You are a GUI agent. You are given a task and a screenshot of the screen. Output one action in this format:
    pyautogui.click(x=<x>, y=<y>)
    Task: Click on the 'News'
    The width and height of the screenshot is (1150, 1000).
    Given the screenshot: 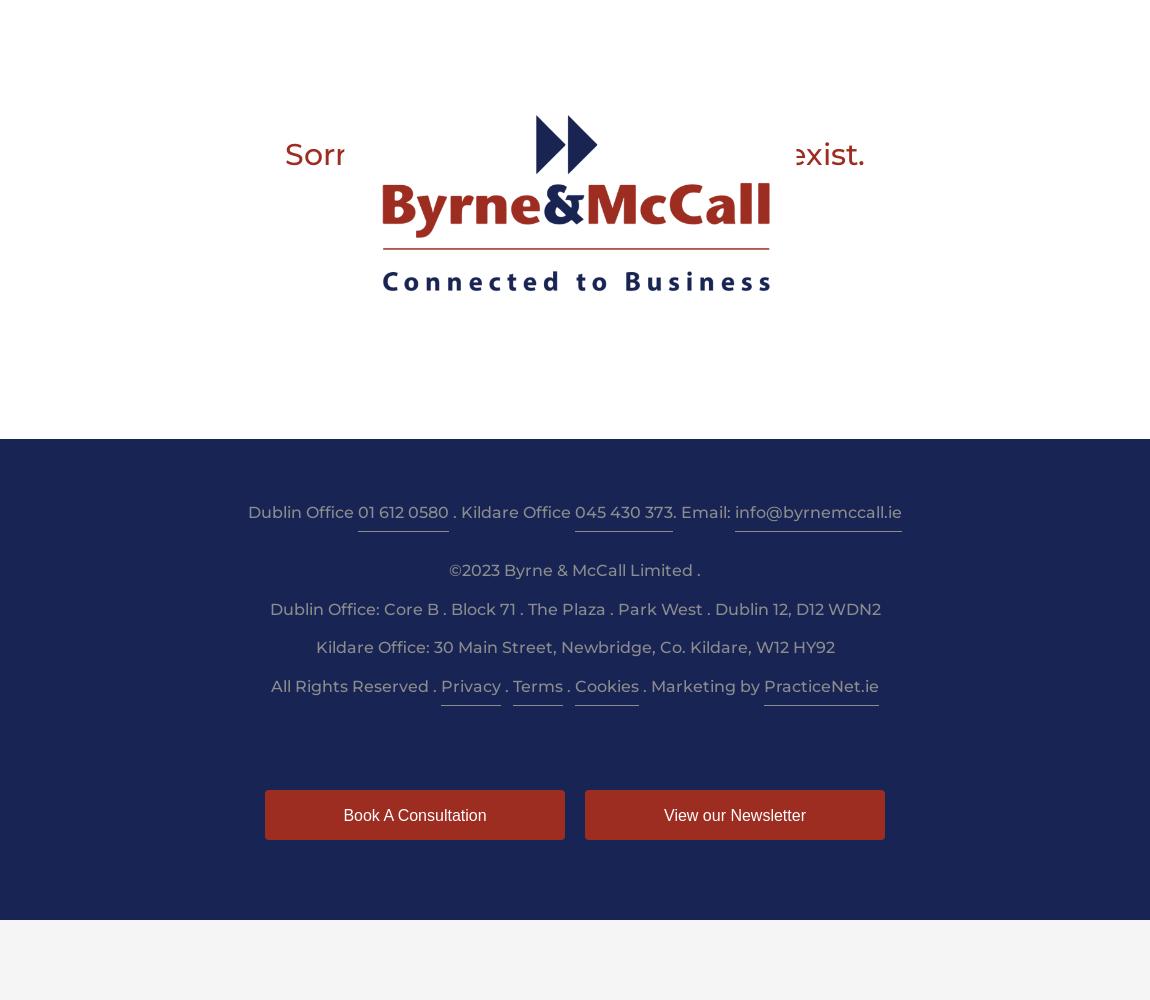 What is the action you would take?
    pyautogui.click(x=834, y=31)
    